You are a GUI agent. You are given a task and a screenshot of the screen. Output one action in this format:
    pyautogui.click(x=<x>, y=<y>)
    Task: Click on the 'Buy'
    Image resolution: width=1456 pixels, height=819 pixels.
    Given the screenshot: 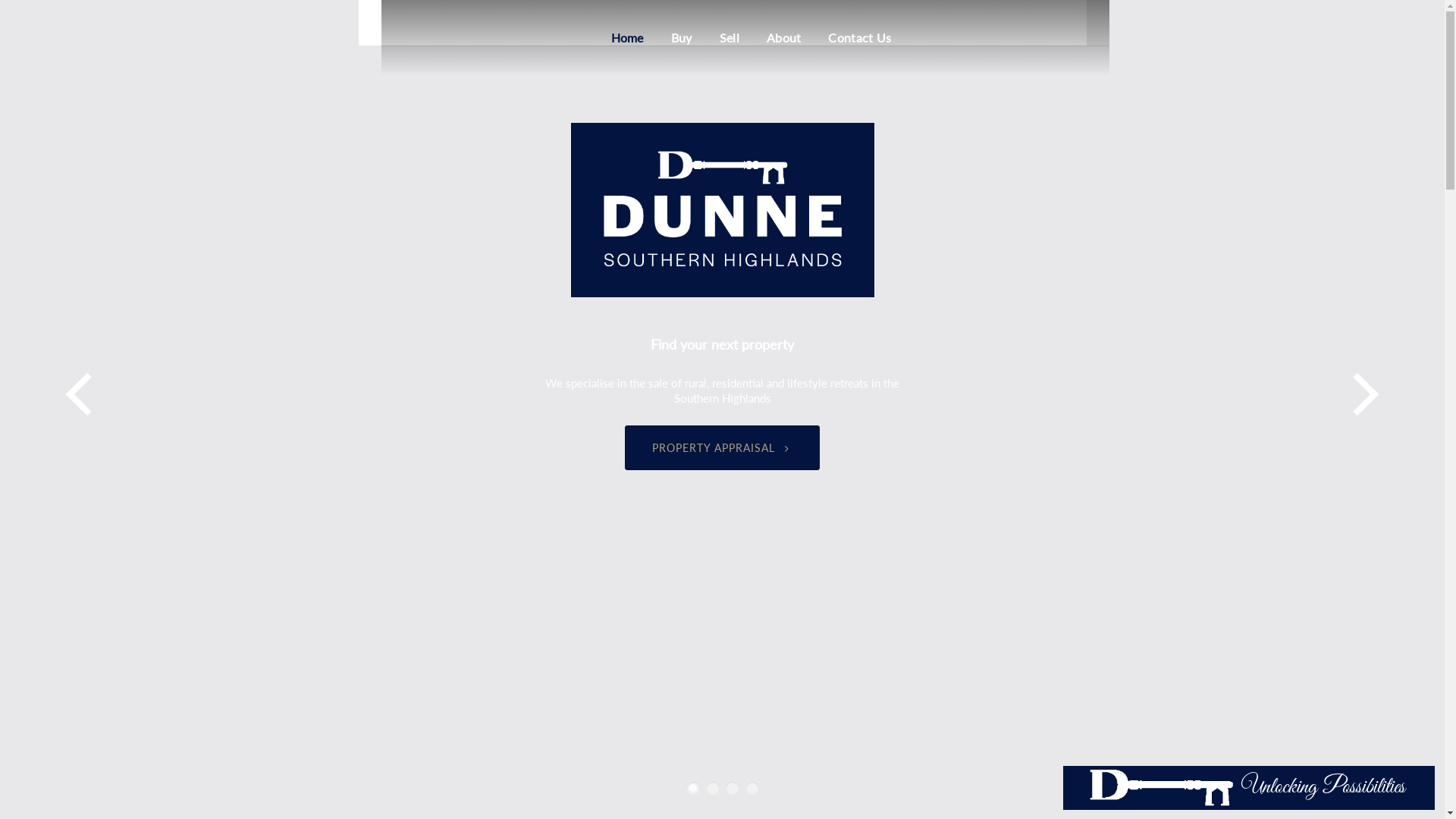 What is the action you would take?
    pyautogui.click(x=670, y=37)
    